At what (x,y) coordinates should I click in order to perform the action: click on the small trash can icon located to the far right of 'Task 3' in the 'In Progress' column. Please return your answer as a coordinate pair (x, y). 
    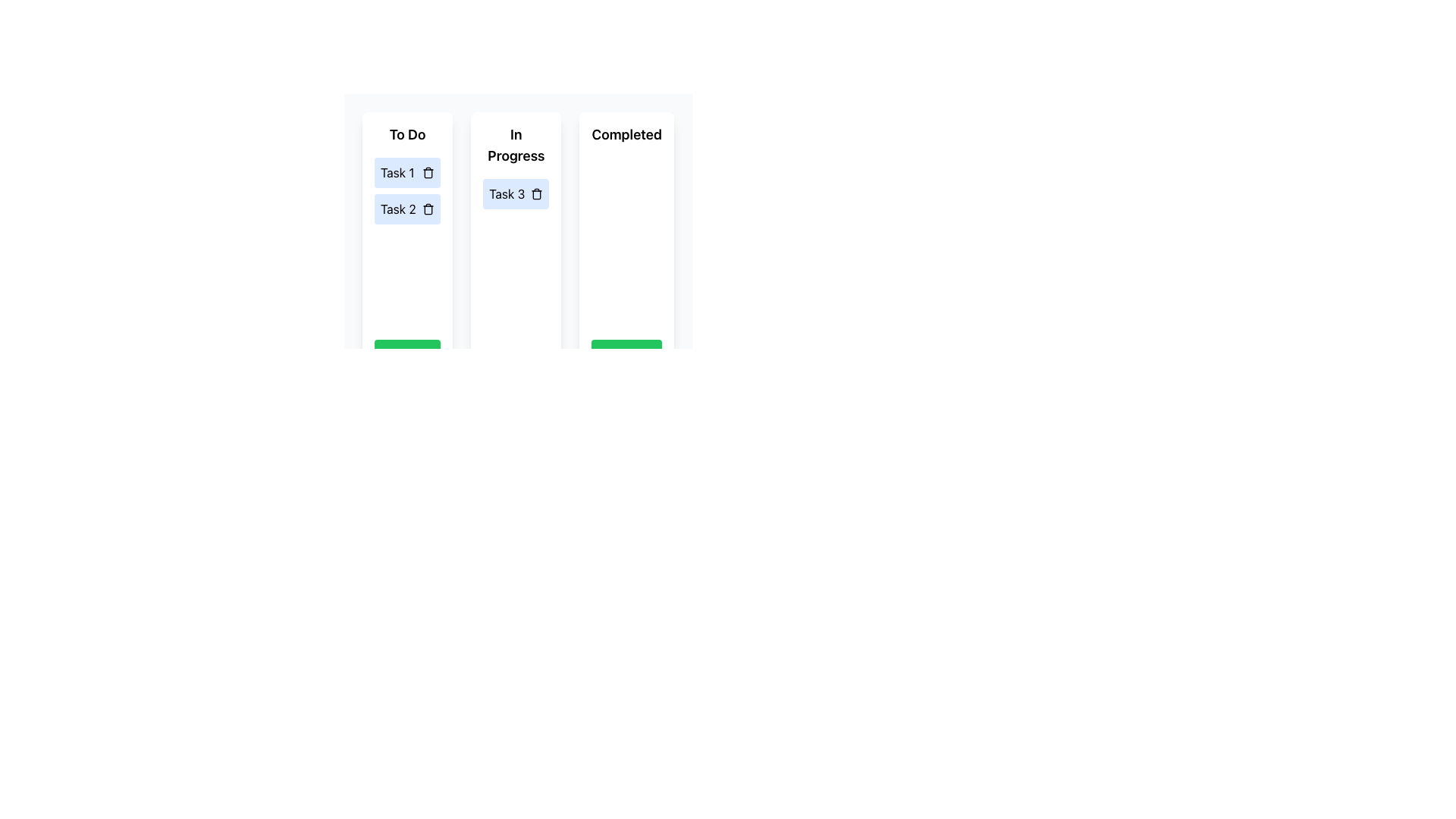
    Looking at the image, I should click on (537, 193).